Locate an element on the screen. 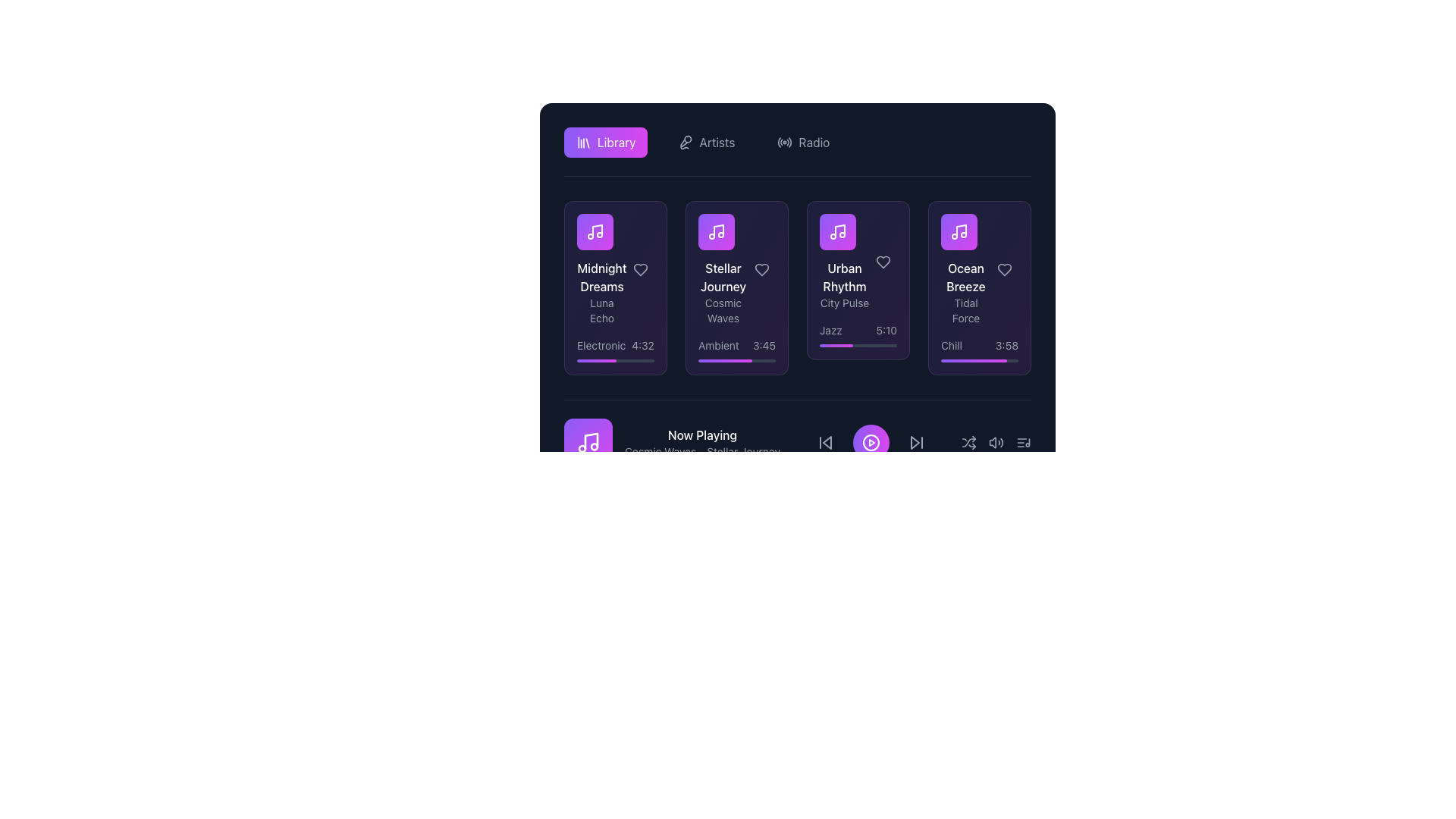 The height and width of the screenshot is (819, 1456). the circular radio wave icon located in the application's navigation toolbar, which is the leftmost icon within the 'Radio' group is located at coordinates (785, 143).